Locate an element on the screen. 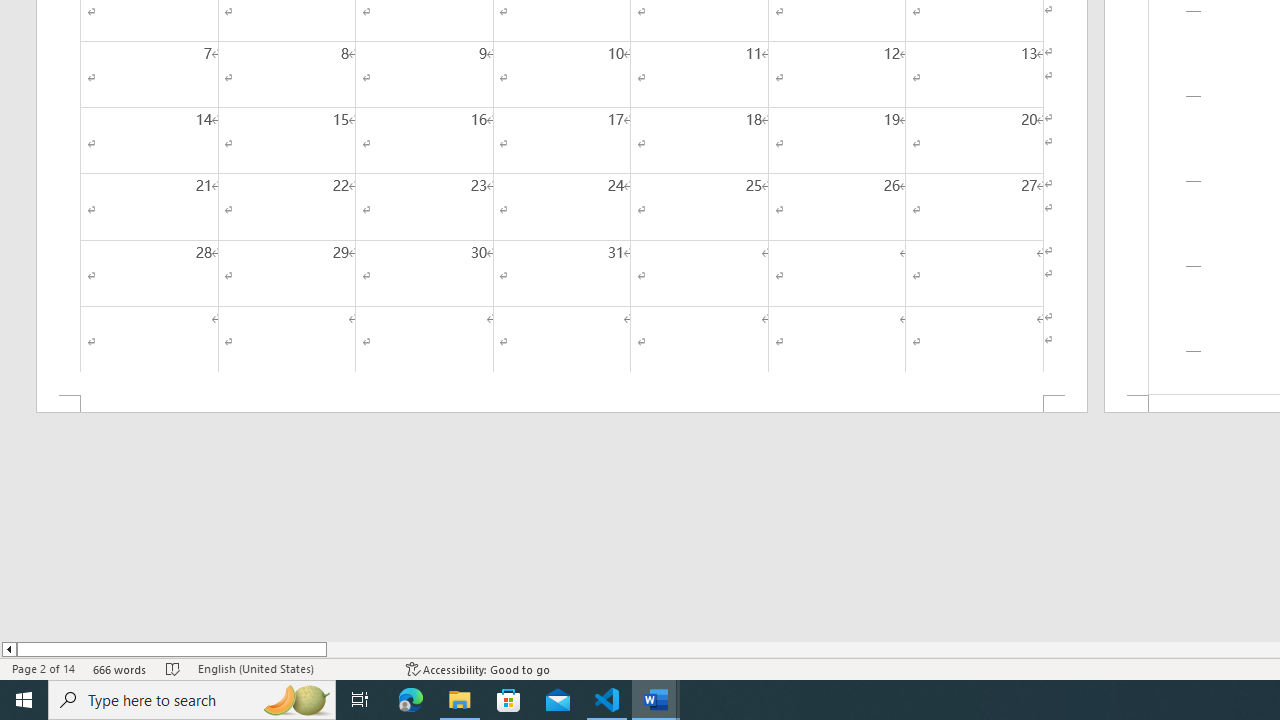 Image resolution: width=1280 pixels, height=720 pixels. 'Accessibility Checker Accessibility: Good to go' is located at coordinates (477, 669).